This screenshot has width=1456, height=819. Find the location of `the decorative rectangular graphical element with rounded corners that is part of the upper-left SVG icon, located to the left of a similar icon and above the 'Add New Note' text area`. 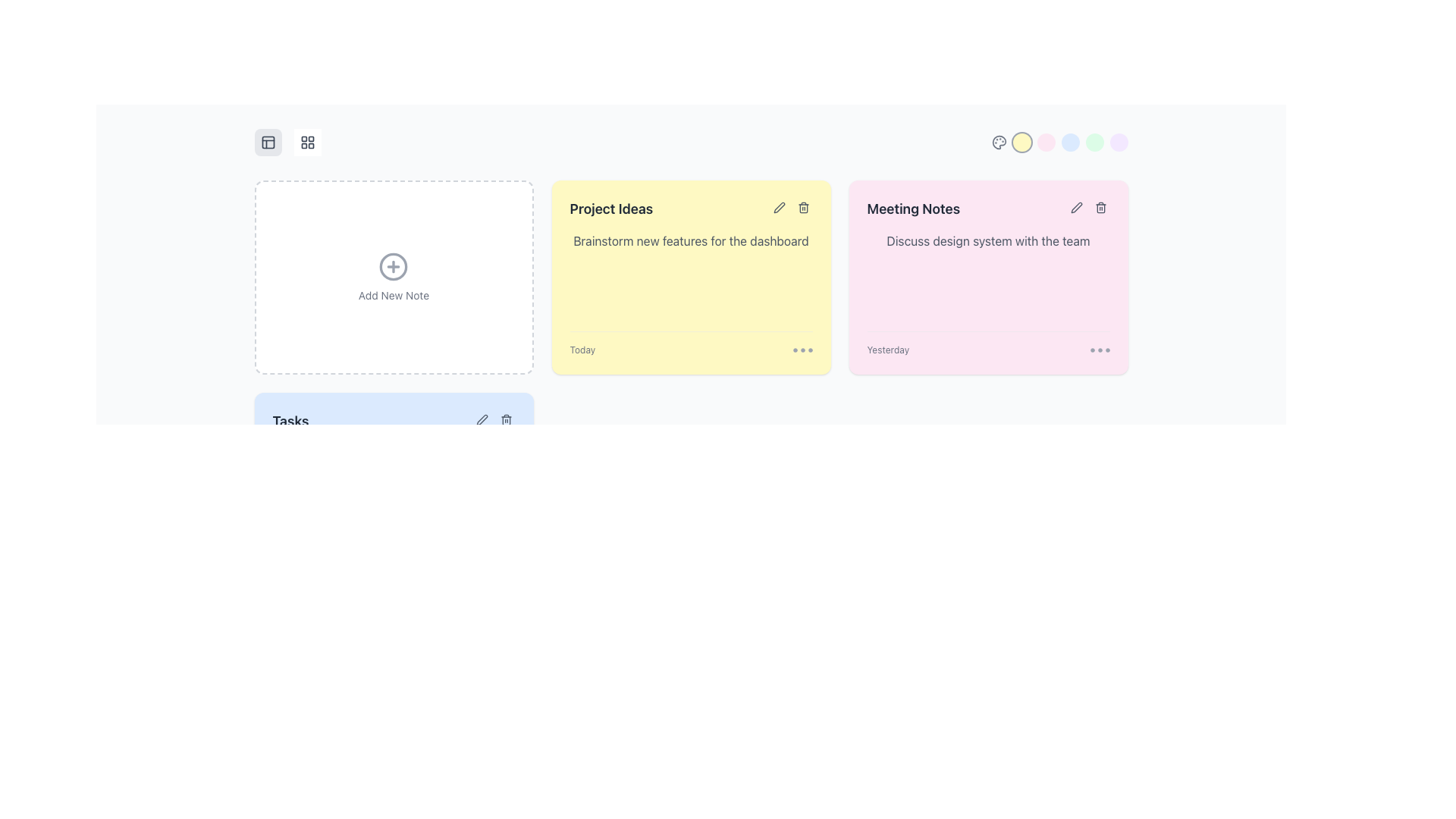

the decorative rectangular graphical element with rounded corners that is part of the upper-left SVG icon, located to the left of a similar icon and above the 'Add New Note' text area is located at coordinates (268, 143).